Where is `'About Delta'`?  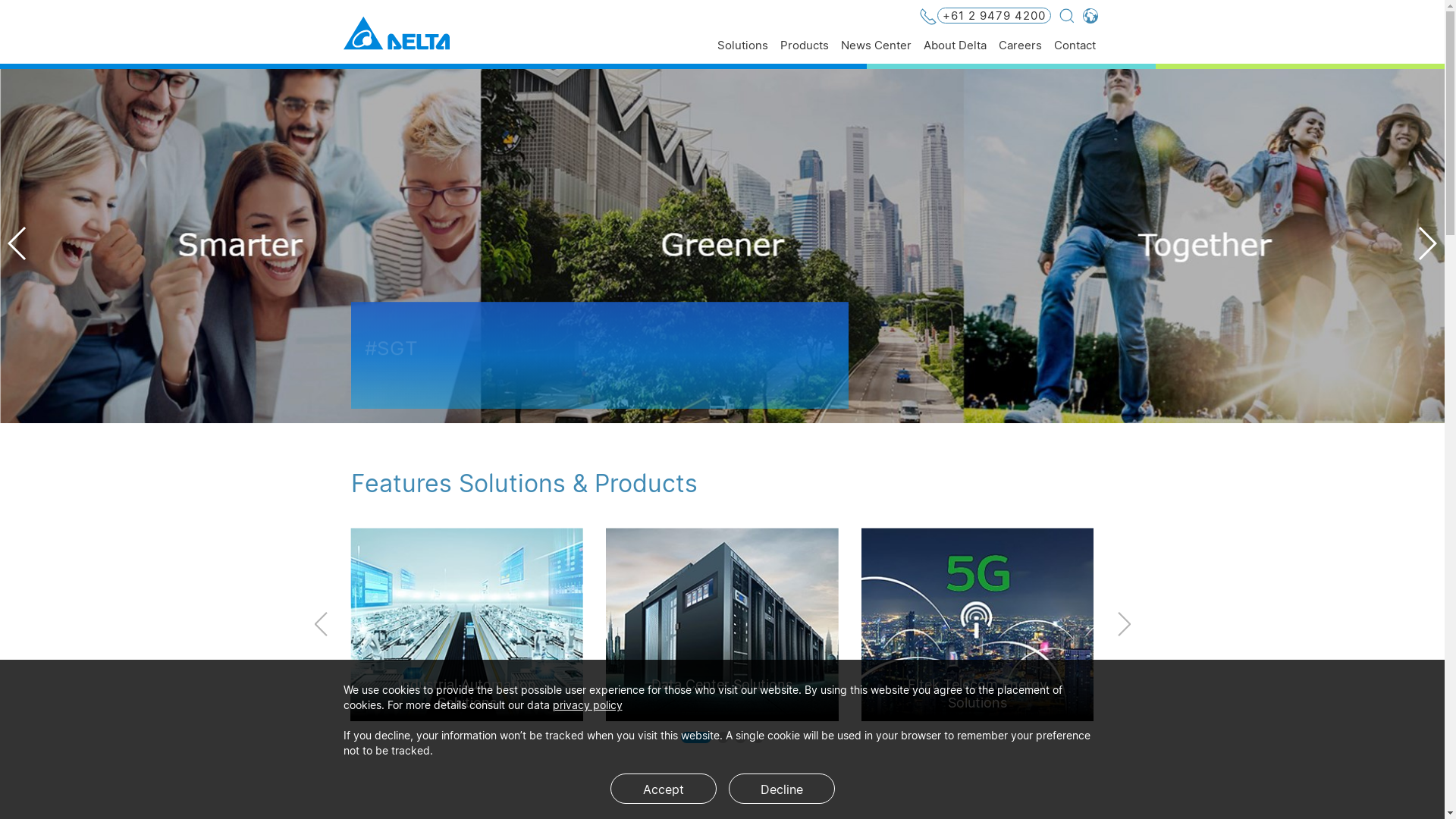 'About Delta' is located at coordinates (954, 51).